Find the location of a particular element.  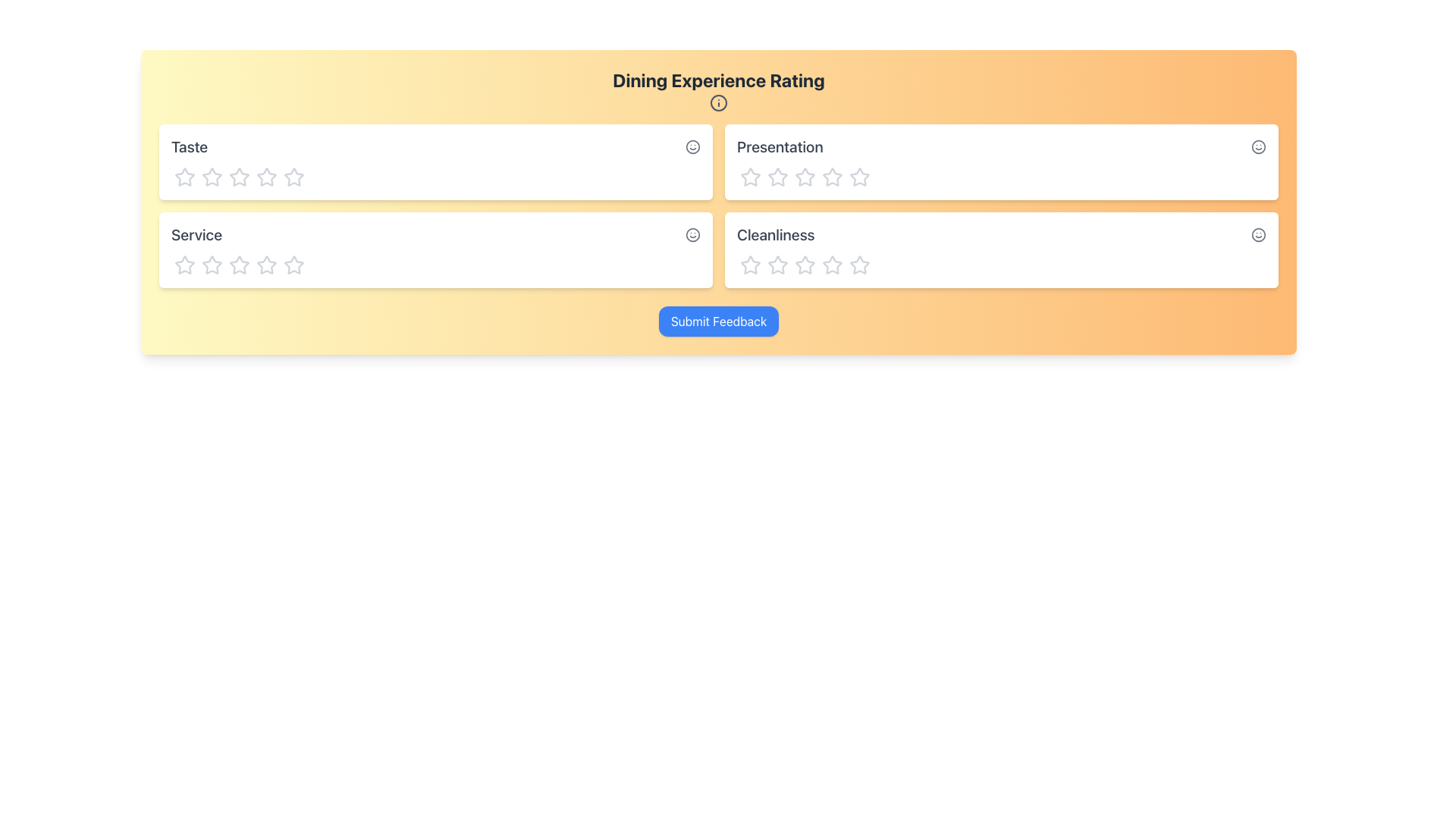

the second star in the horizontal group of five stars for the 'Taste' rating is located at coordinates (266, 176).